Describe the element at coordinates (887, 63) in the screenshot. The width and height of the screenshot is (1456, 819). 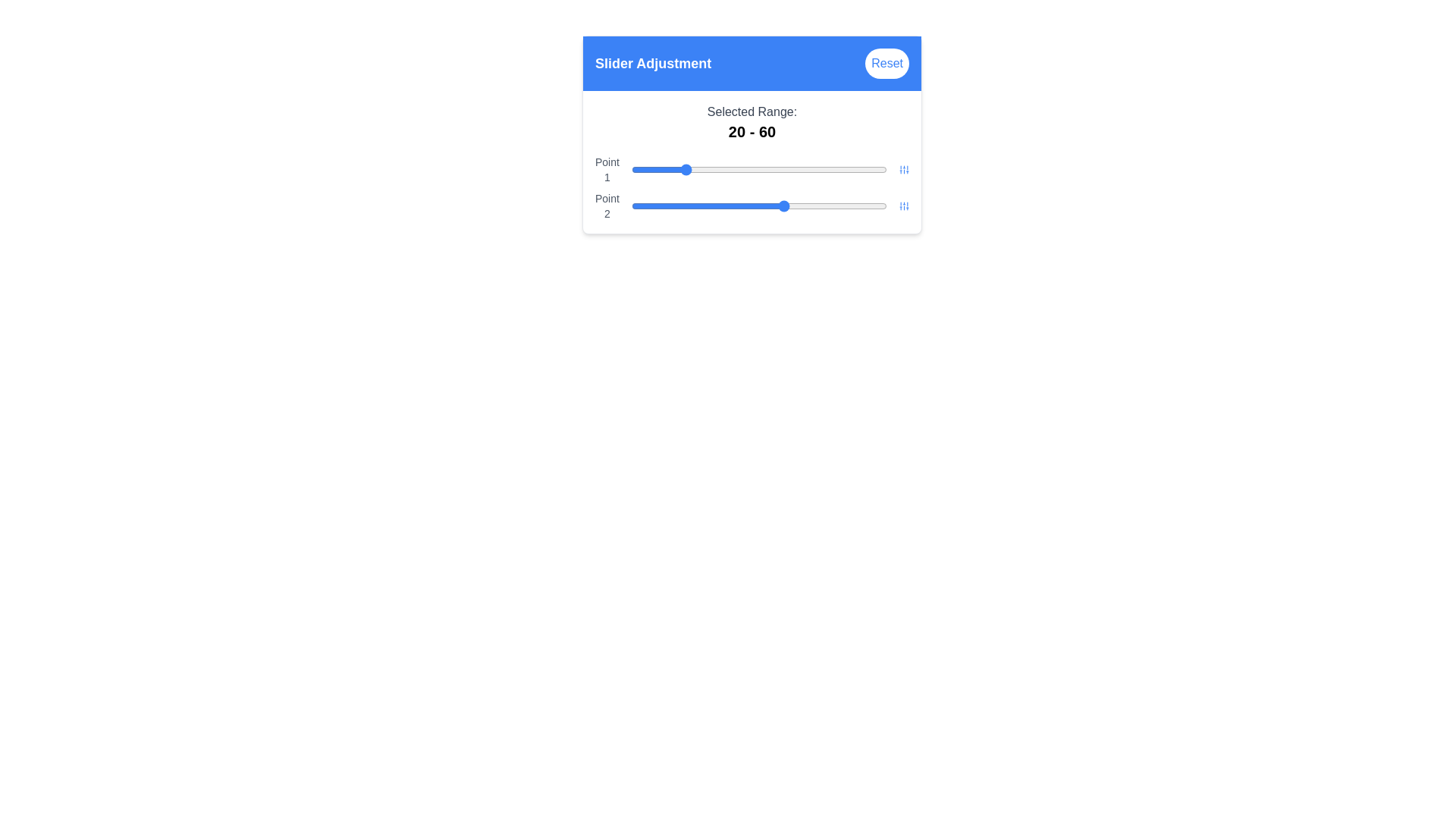
I see `the circular 'Reset' button with a white background and blue text located in the upper-right corner of the blue header bar` at that location.